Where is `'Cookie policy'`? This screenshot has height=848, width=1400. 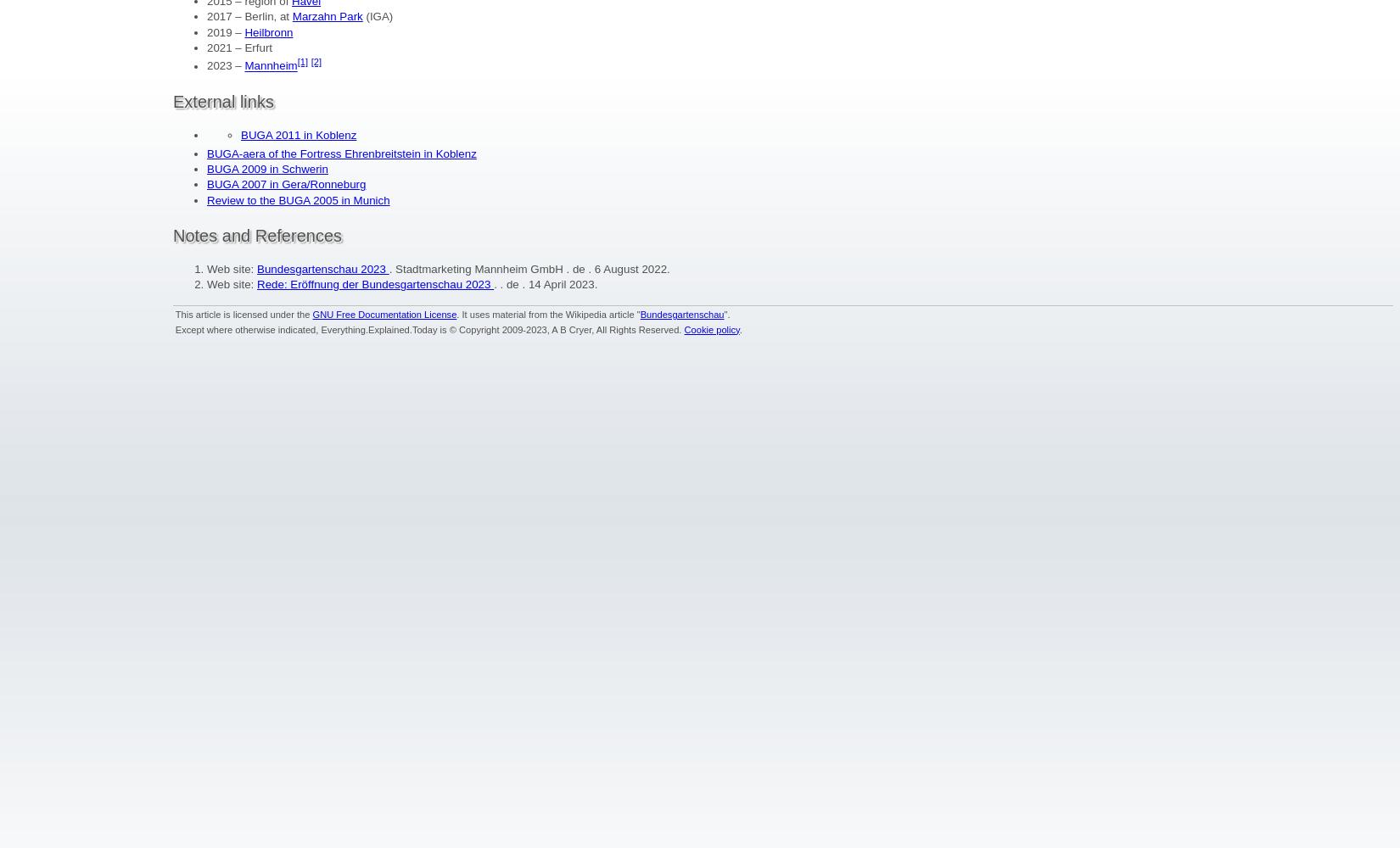
'Cookie policy' is located at coordinates (711, 329).